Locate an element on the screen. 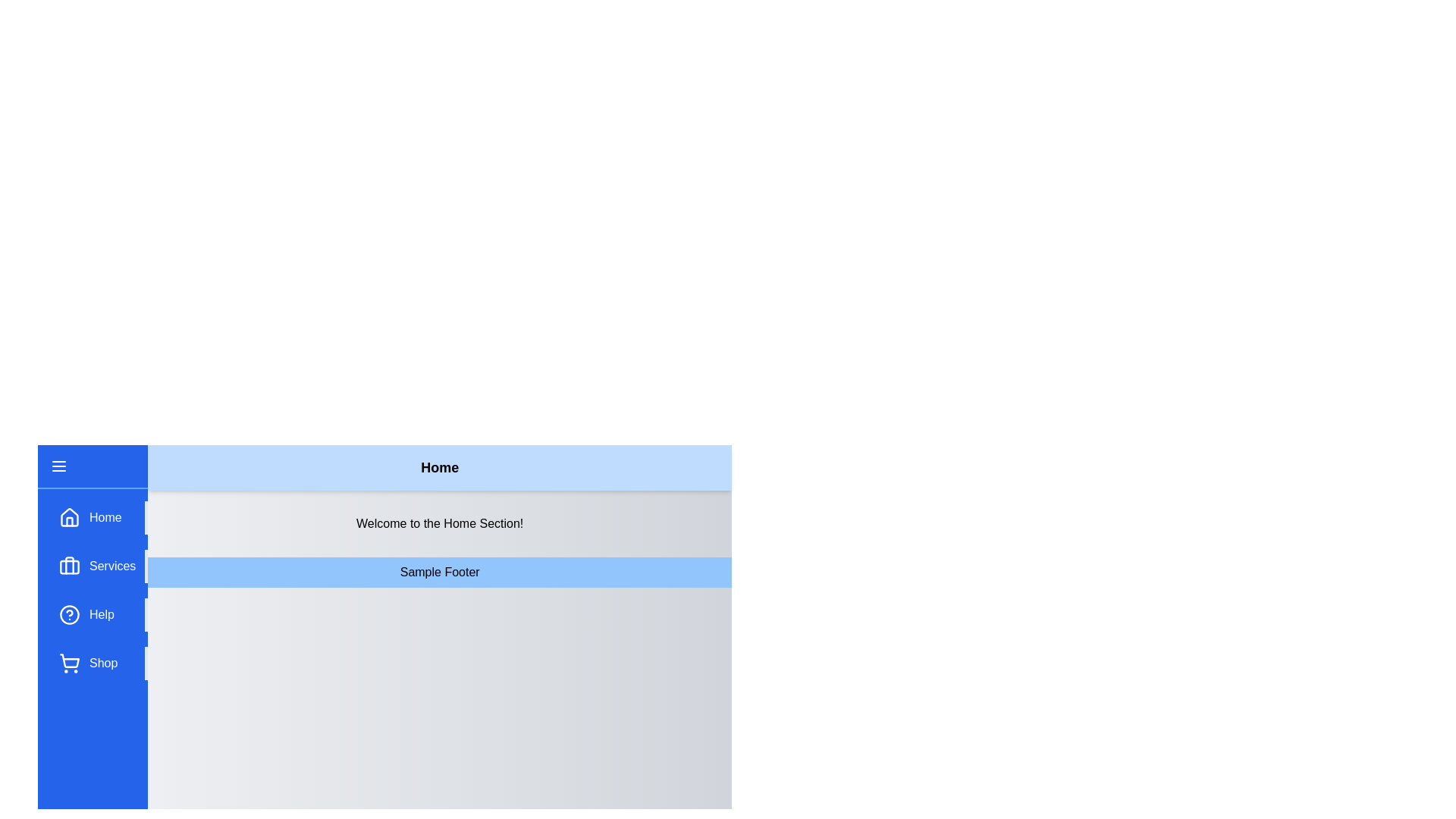 The height and width of the screenshot is (819, 1456). the header section labeled 'Home', which has a light blue background and bold black text, located at the top of the vertical stack in the interface is located at coordinates (439, 467).